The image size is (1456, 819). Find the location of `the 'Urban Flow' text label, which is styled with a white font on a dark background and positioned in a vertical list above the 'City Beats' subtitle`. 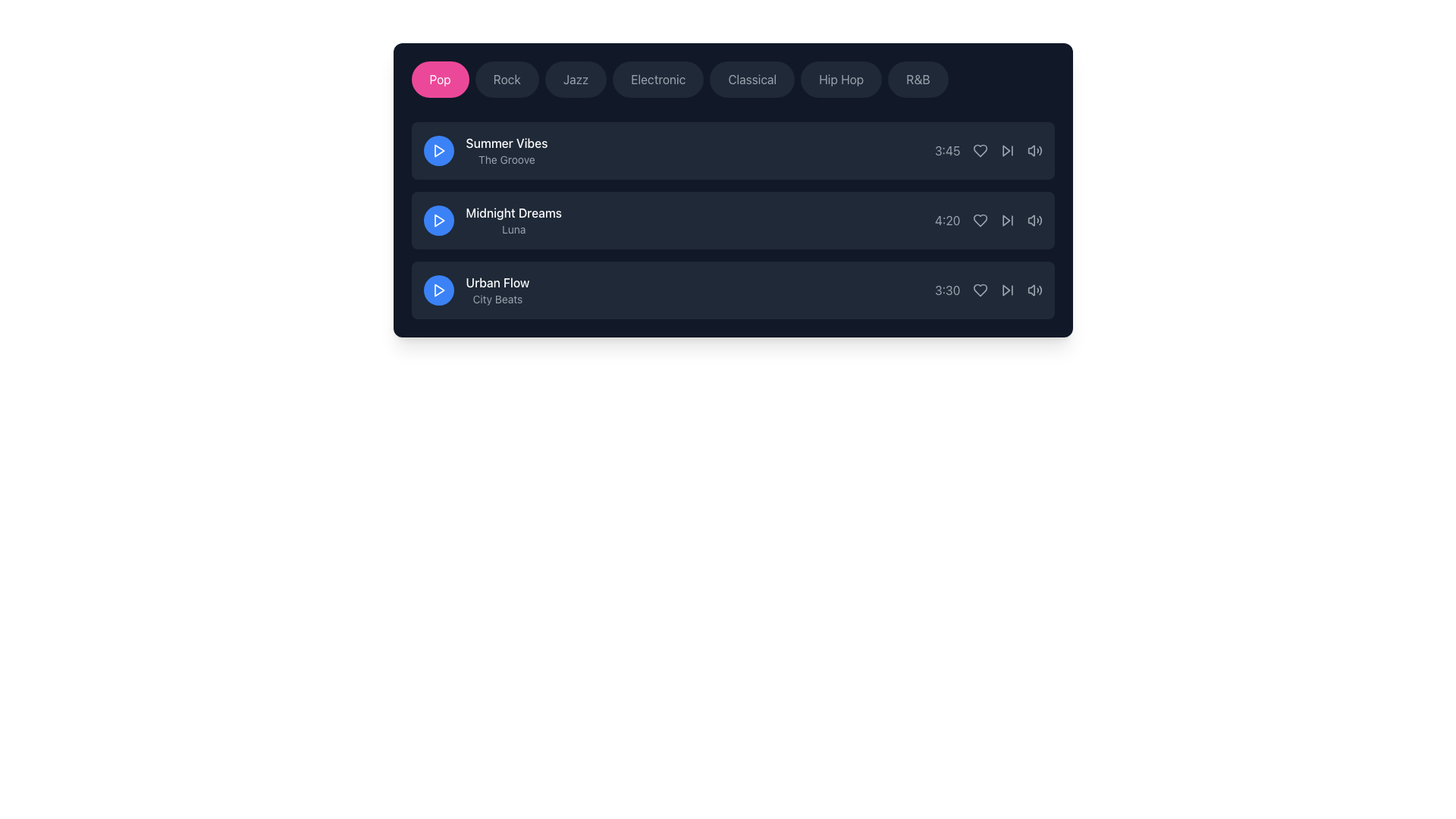

the 'Urban Flow' text label, which is styled with a white font on a dark background and positioned in a vertical list above the 'City Beats' subtitle is located at coordinates (497, 283).